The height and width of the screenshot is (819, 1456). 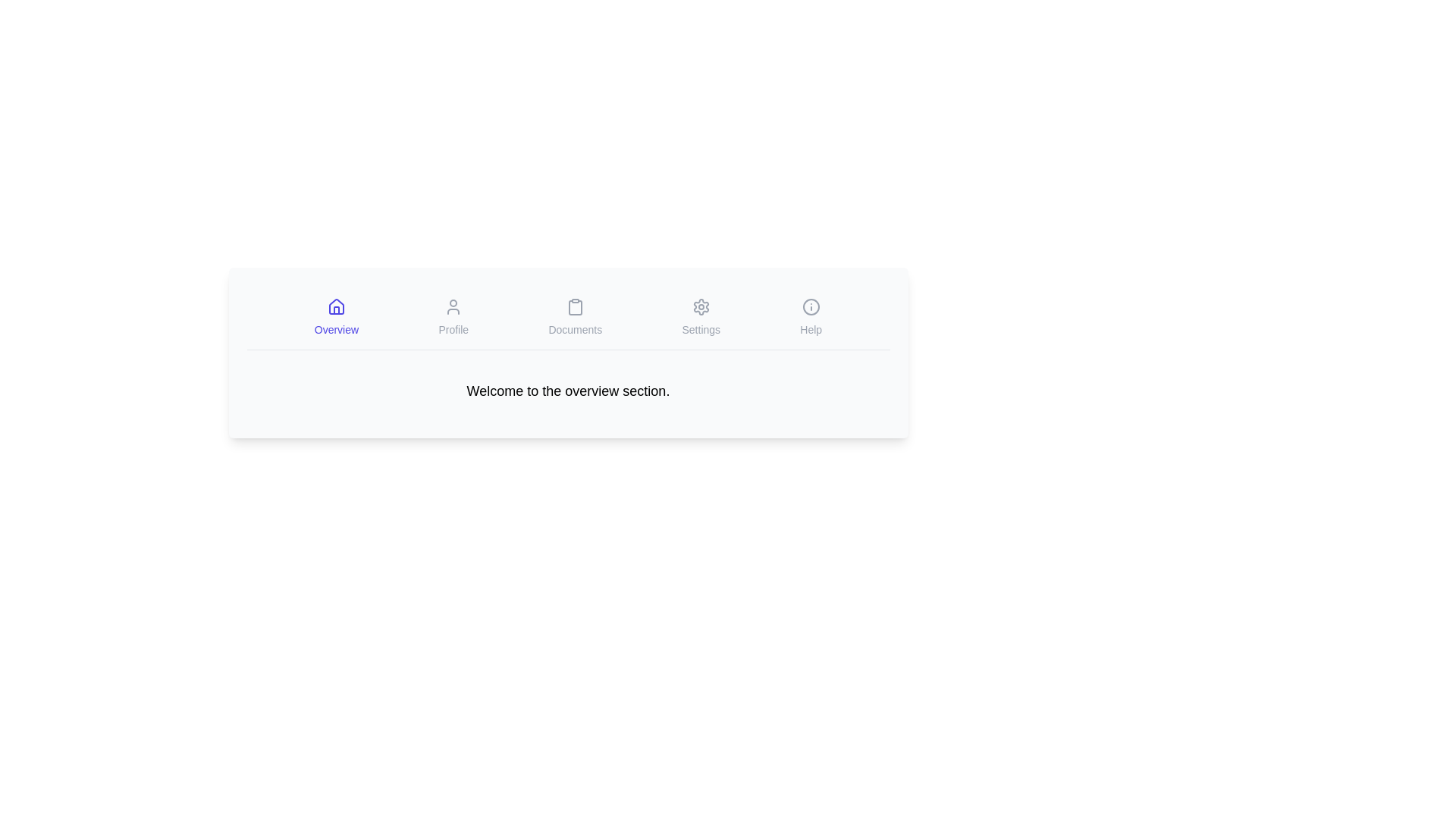 I want to click on the 'Documents' text label located below the clipboard icon in the navigation bar, so click(x=574, y=329).